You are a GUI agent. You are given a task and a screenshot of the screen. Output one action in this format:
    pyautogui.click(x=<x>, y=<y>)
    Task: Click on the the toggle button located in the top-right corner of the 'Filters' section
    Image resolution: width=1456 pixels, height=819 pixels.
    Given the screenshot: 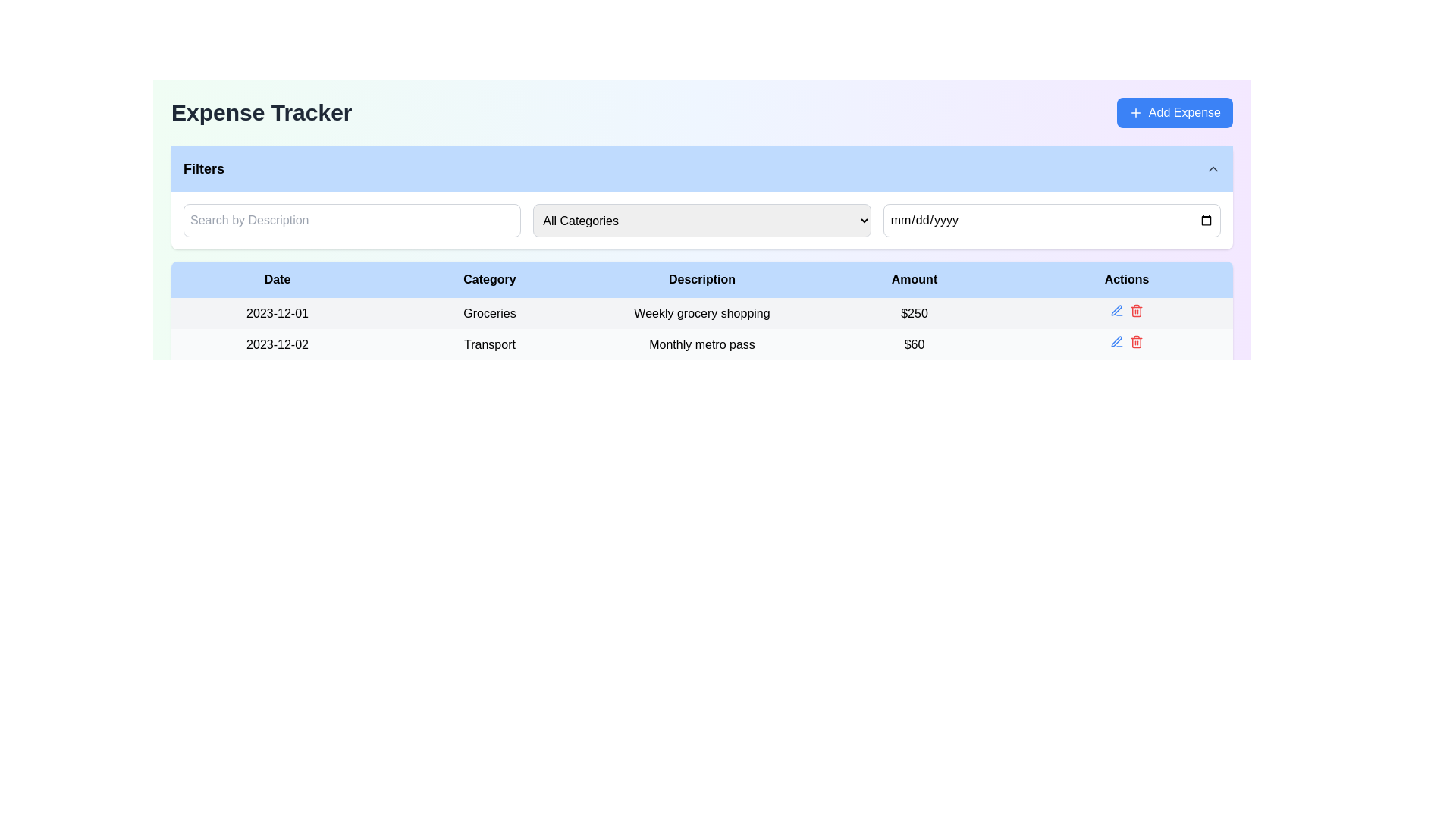 What is the action you would take?
    pyautogui.click(x=1212, y=169)
    